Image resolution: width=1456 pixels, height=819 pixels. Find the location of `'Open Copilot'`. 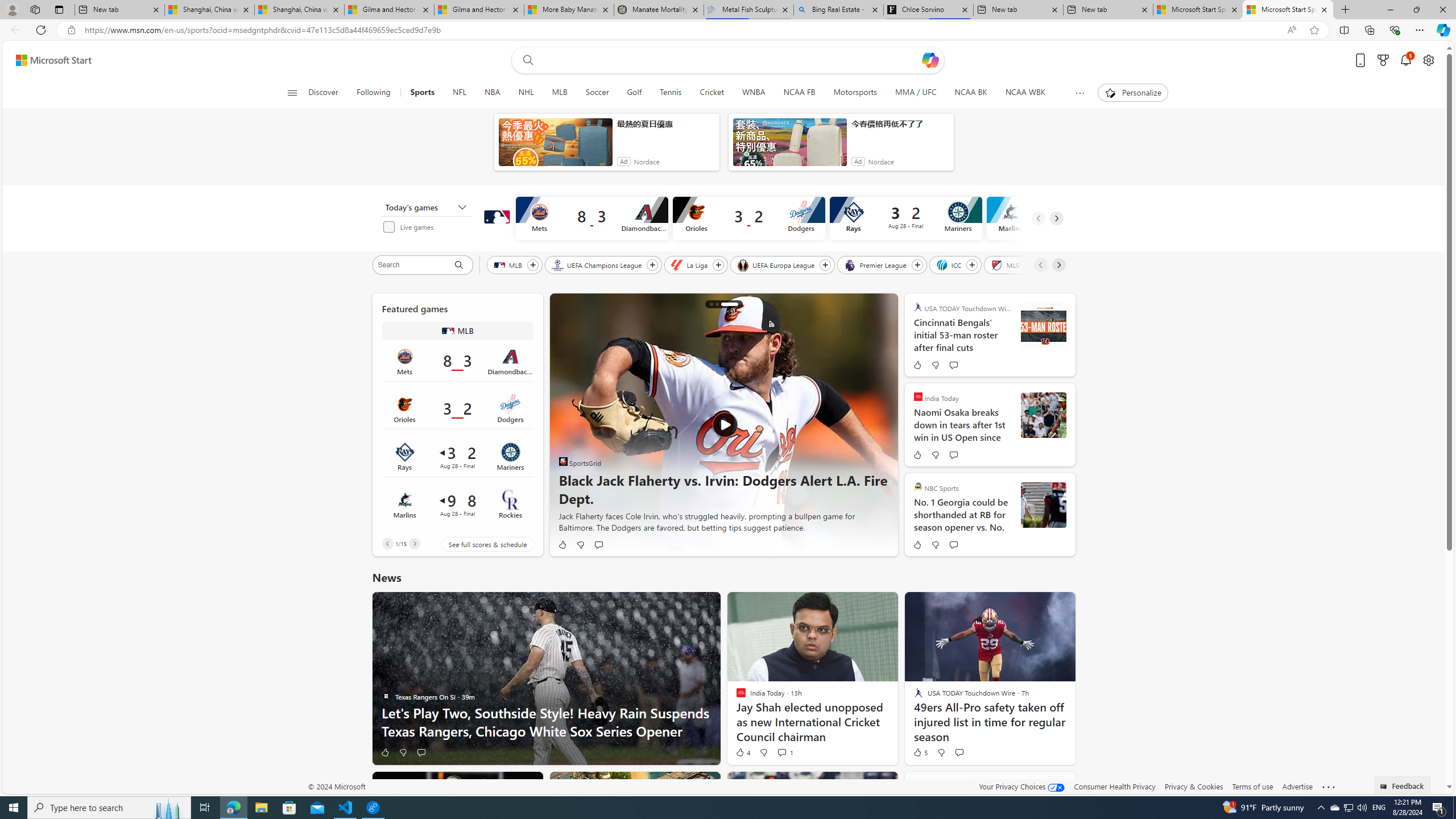

'Open Copilot' is located at coordinates (929, 59).